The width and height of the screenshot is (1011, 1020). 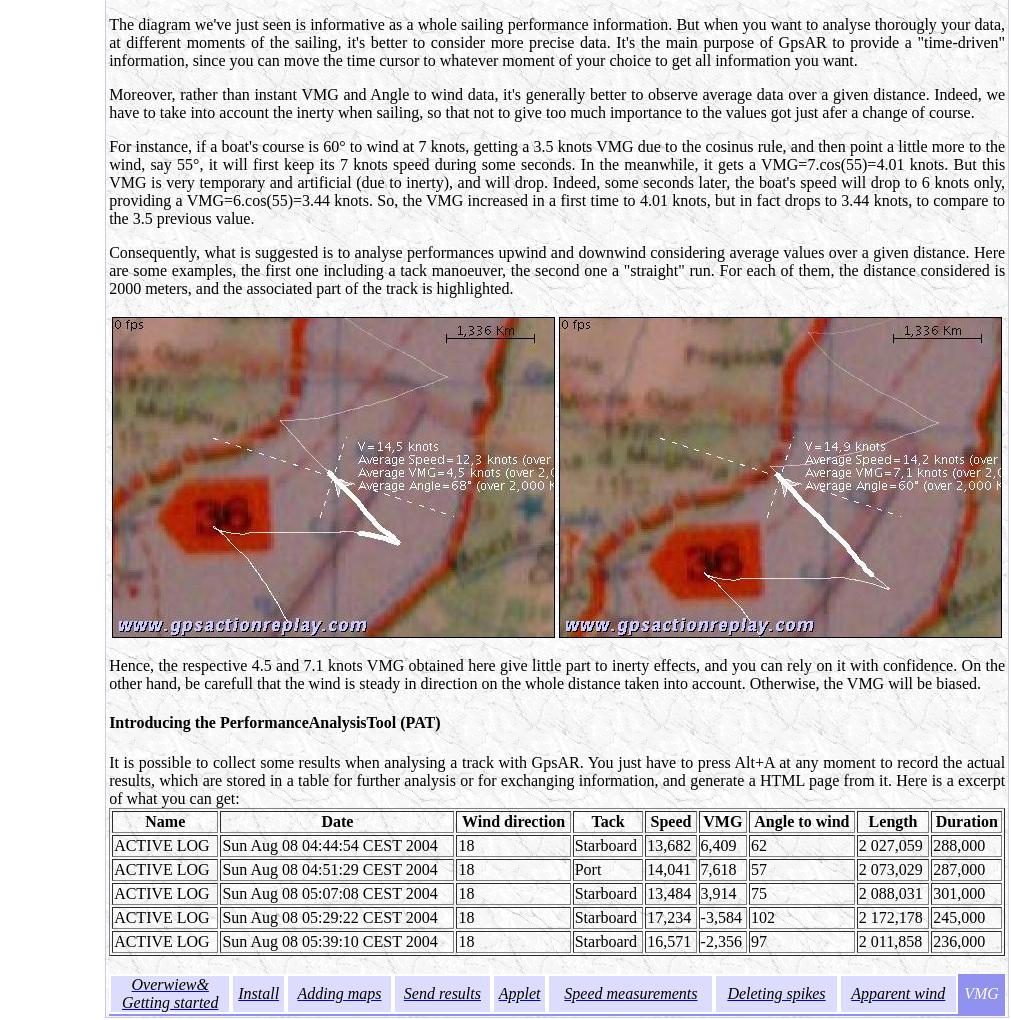 I want to click on '2 073,029', so click(x=858, y=867).